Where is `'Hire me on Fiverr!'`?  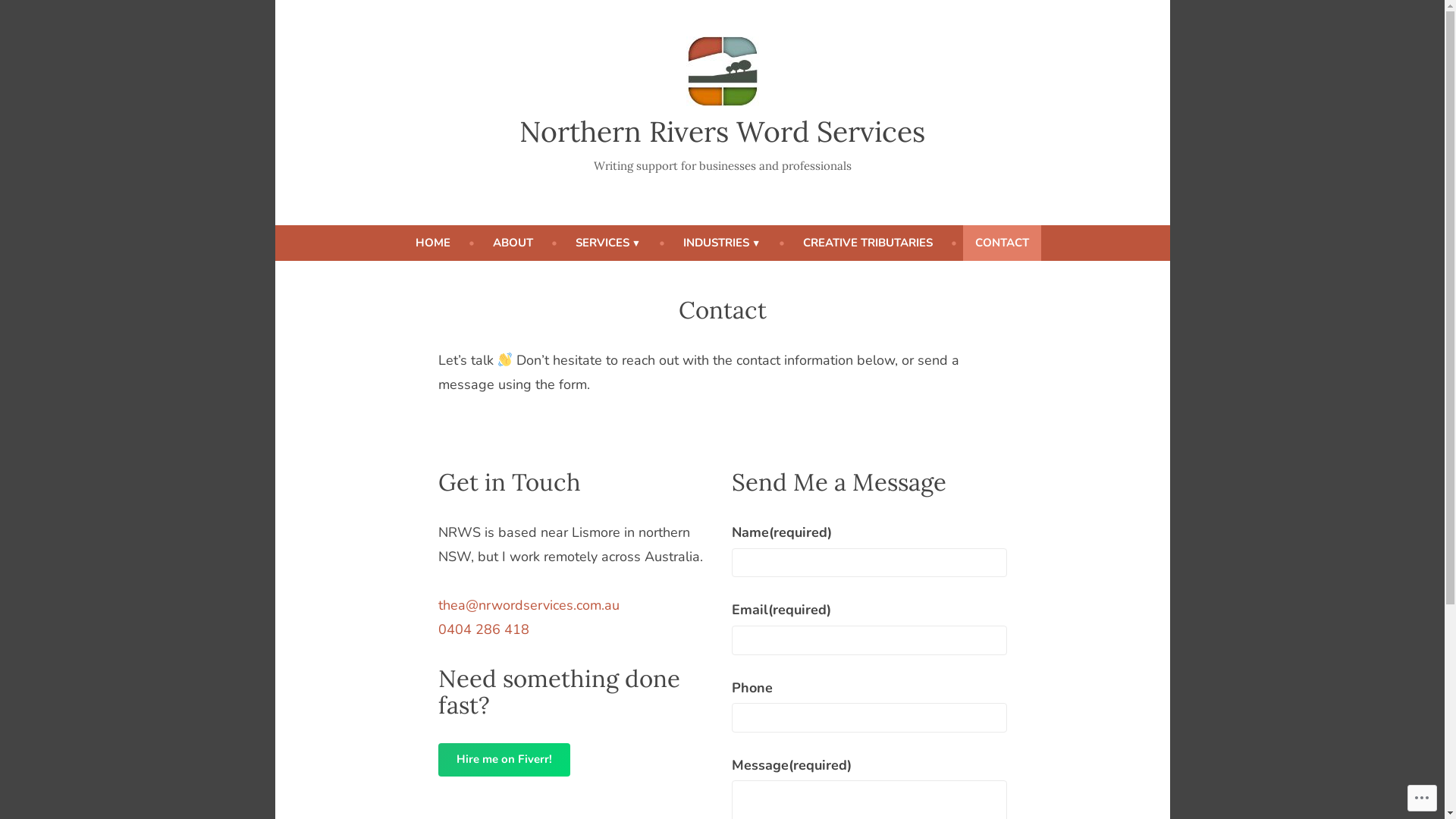
'Hire me on Fiverr!' is located at coordinates (504, 760).